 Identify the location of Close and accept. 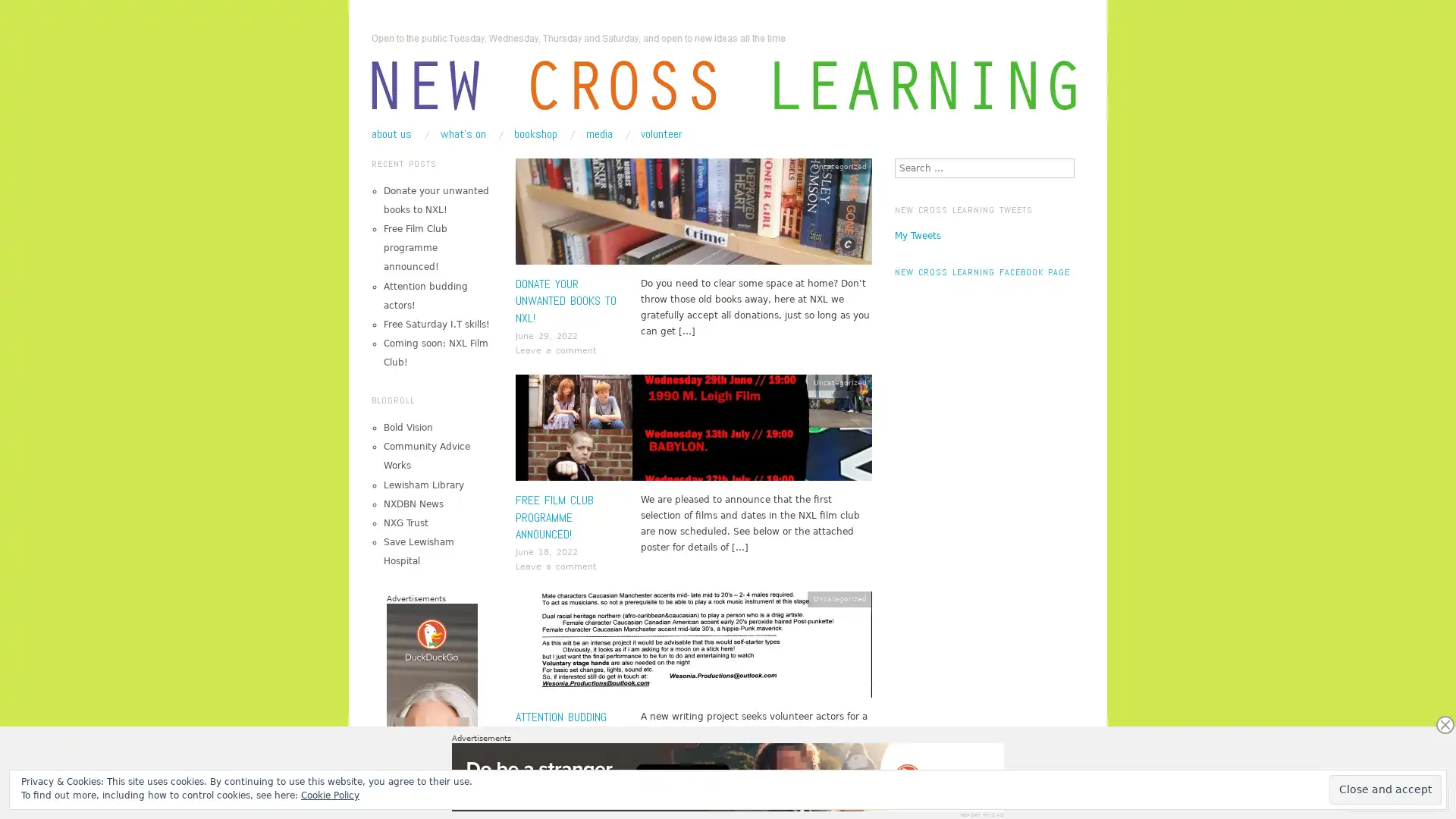
(1385, 789).